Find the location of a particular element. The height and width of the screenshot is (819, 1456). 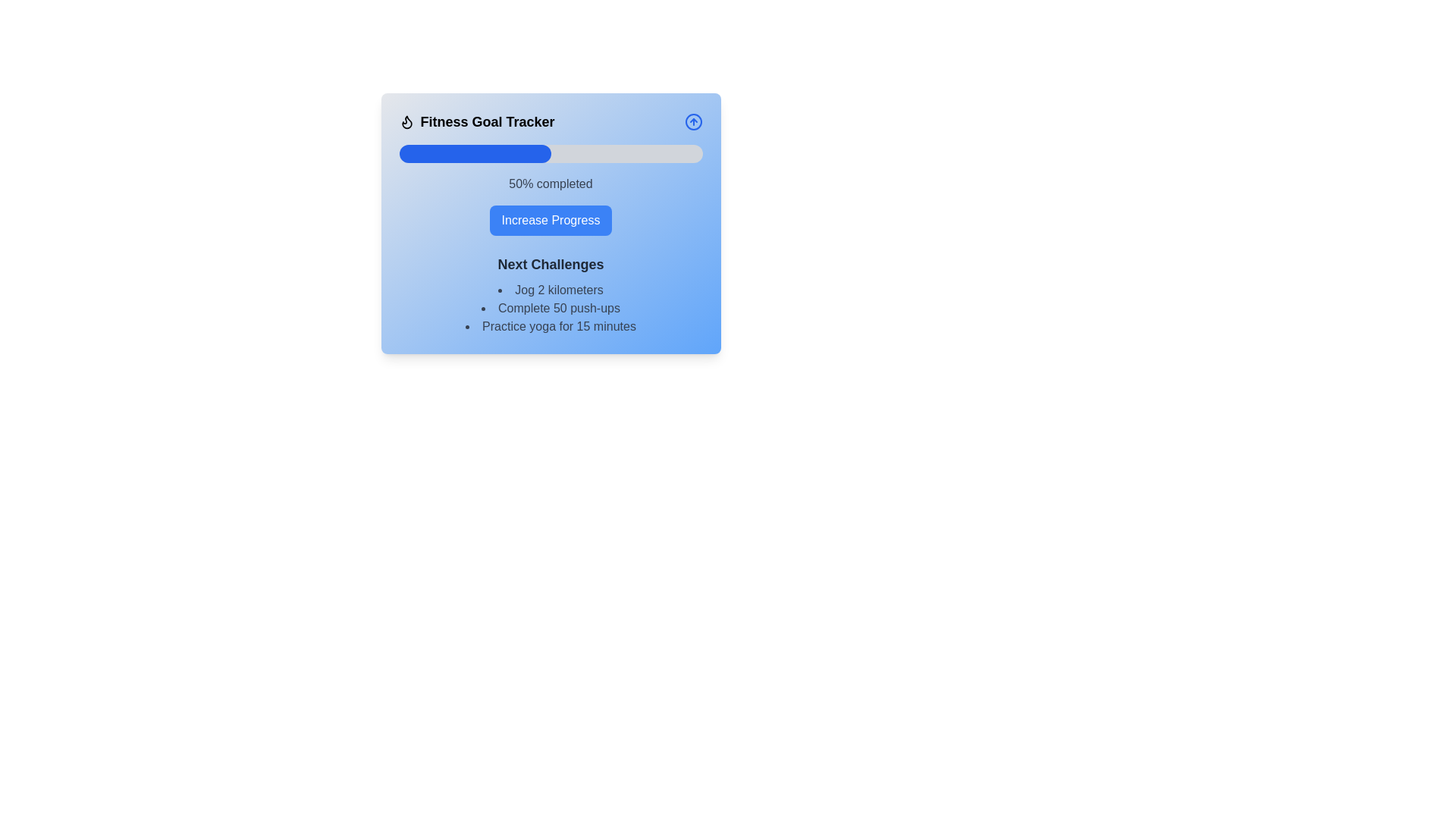

the circular icon with an upward-pointing arrow inside, located in the top-right corner of the 'Fitness Goal Tracker' section is located at coordinates (692, 121).